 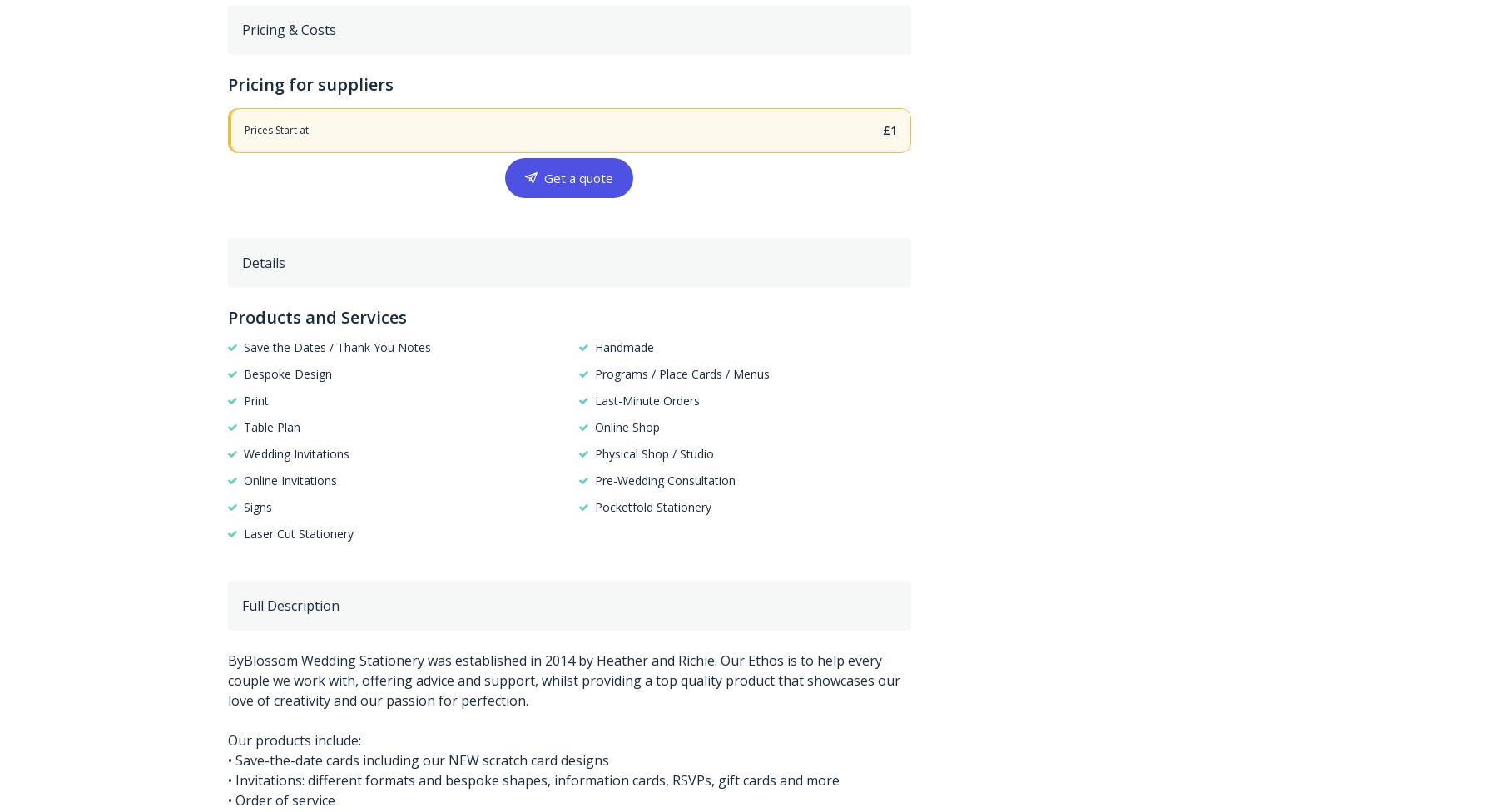 I want to click on 'Physical Shop / Studio', so click(x=654, y=453).